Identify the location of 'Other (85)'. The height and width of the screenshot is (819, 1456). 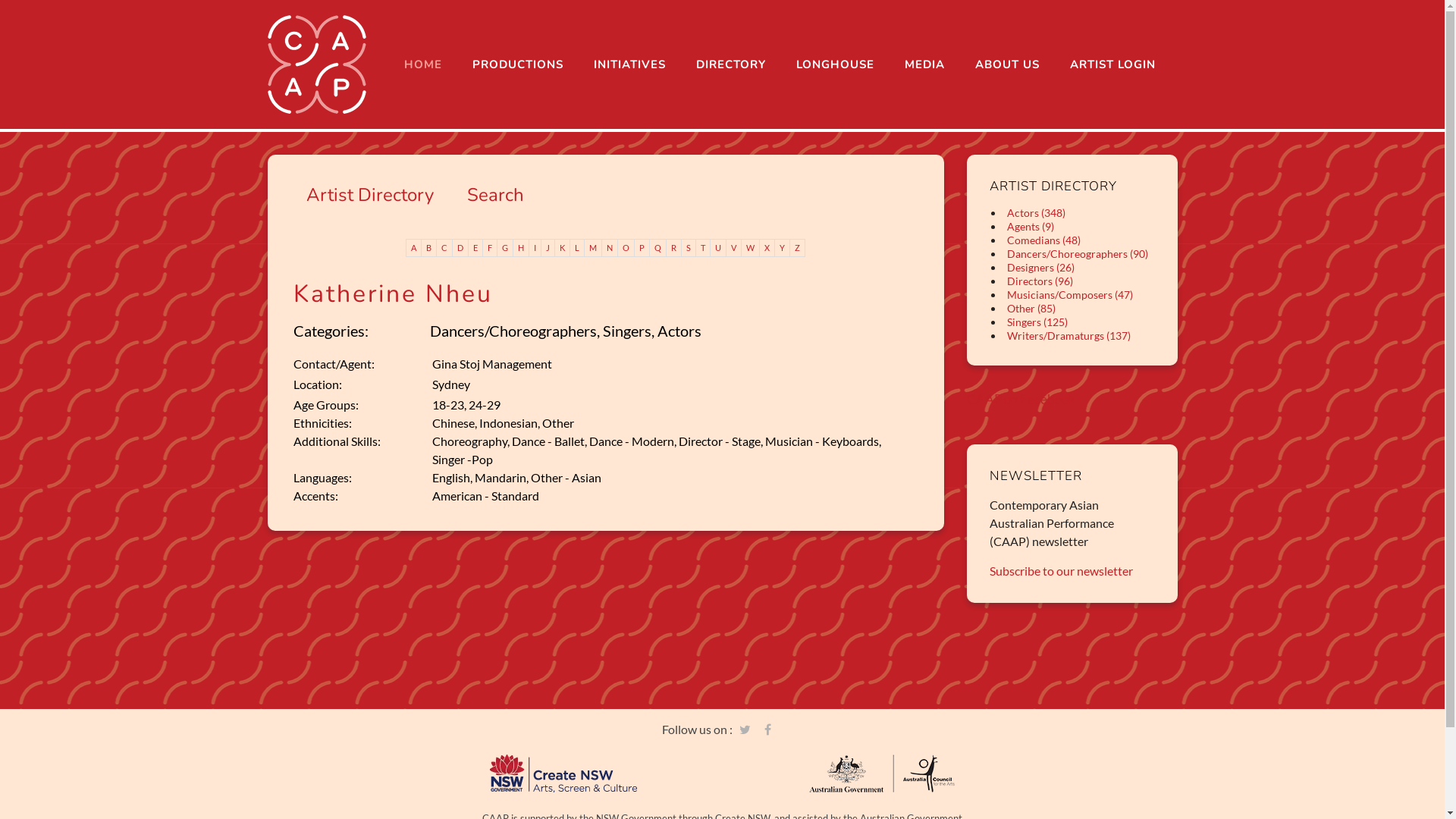
(1031, 307).